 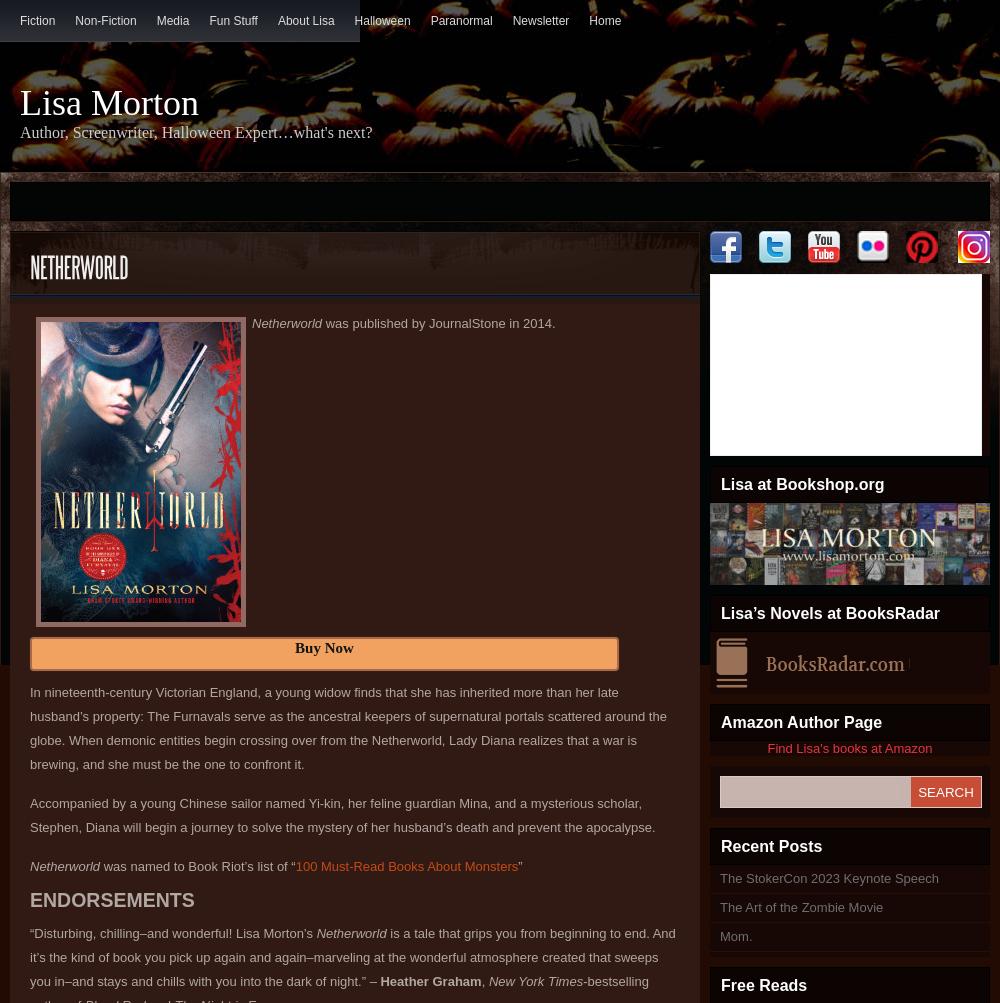 I want to click on 'Accompanied by a young Chinese sailor named Yi-kin, her feline guardian Mina, and a mysterious scholar, Stephen, Diana will begin a journey to solve the mystery of her husband’s death and prevent the apocalypse.', so click(x=341, y=815).